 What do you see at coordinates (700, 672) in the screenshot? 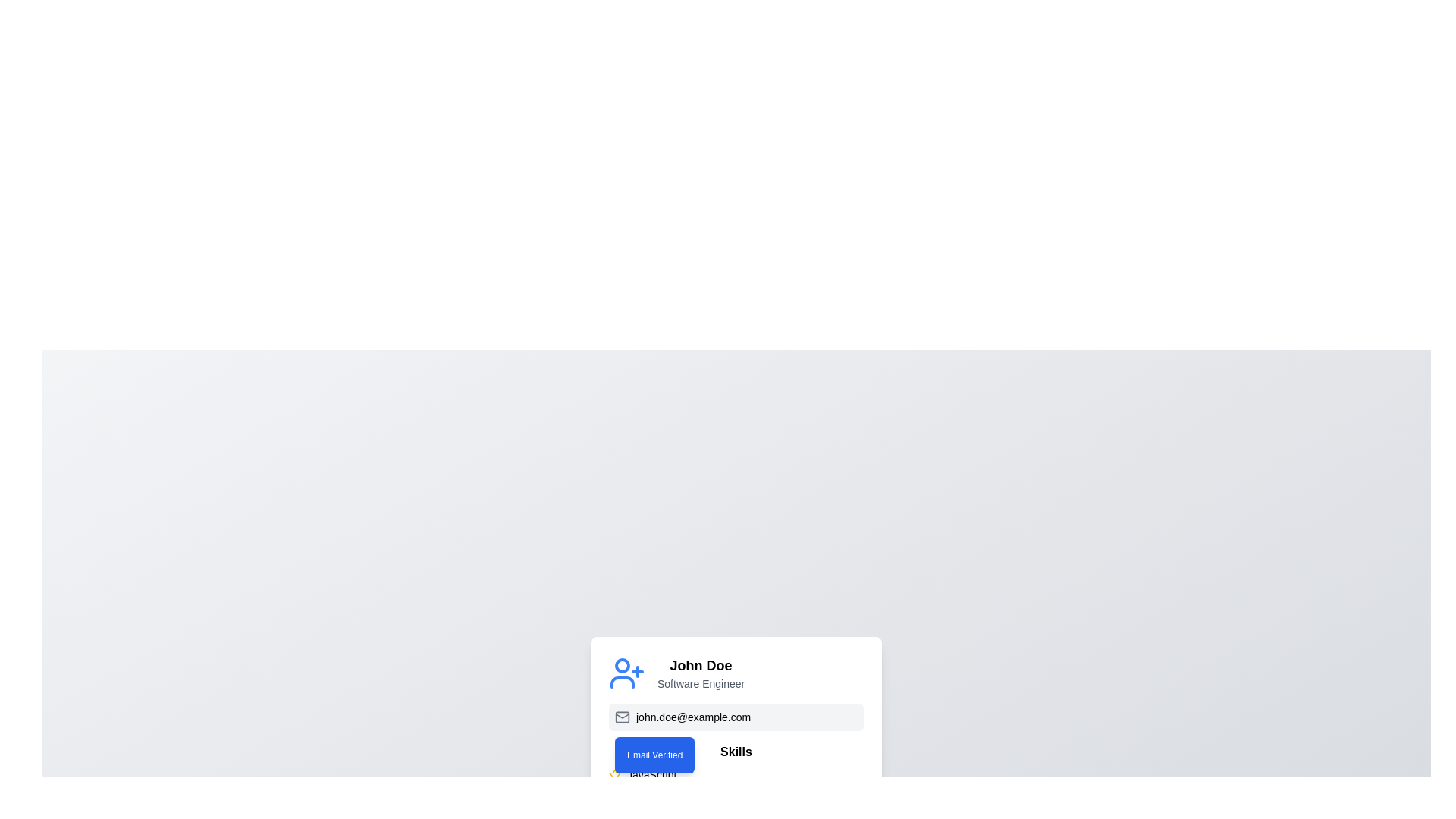
I see `the Text Display element that shows 'John Doe' in bold and 'Software Engineer' in smaller gray font, centrally aligned and located adjacent to a blue person icon` at bounding box center [700, 672].